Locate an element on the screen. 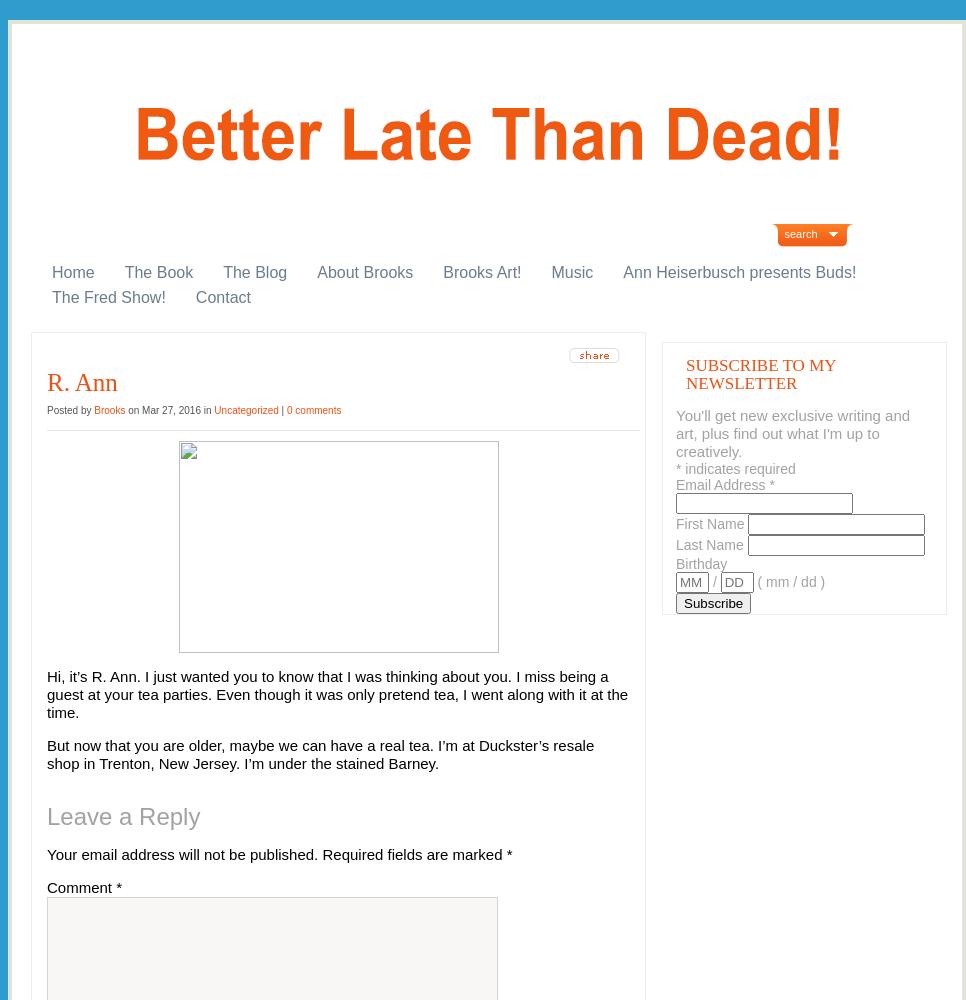  'search' is located at coordinates (800, 233).